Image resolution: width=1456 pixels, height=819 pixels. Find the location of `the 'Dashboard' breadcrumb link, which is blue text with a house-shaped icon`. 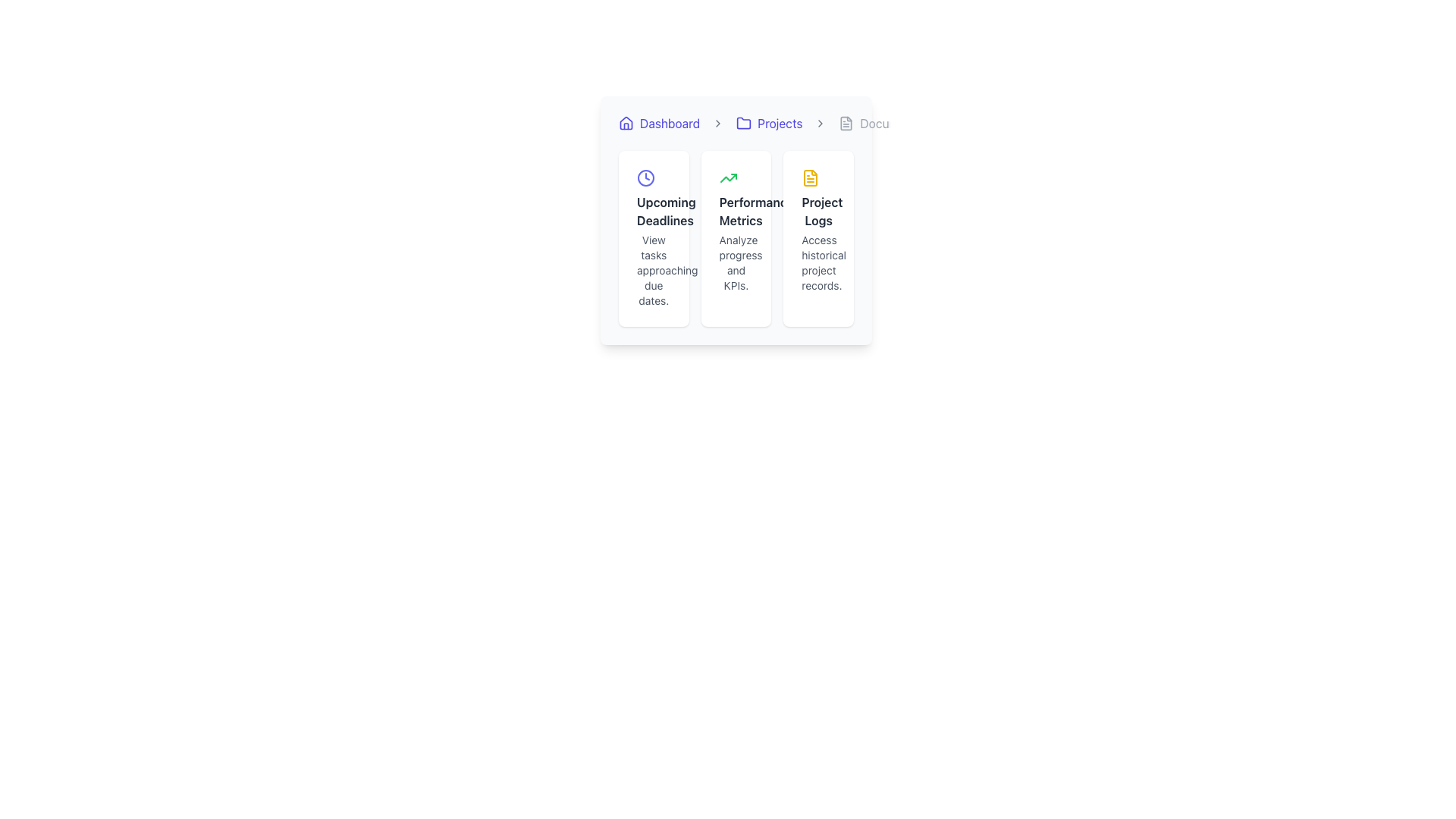

the 'Dashboard' breadcrumb link, which is blue text with a house-shaped icon is located at coordinates (659, 122).